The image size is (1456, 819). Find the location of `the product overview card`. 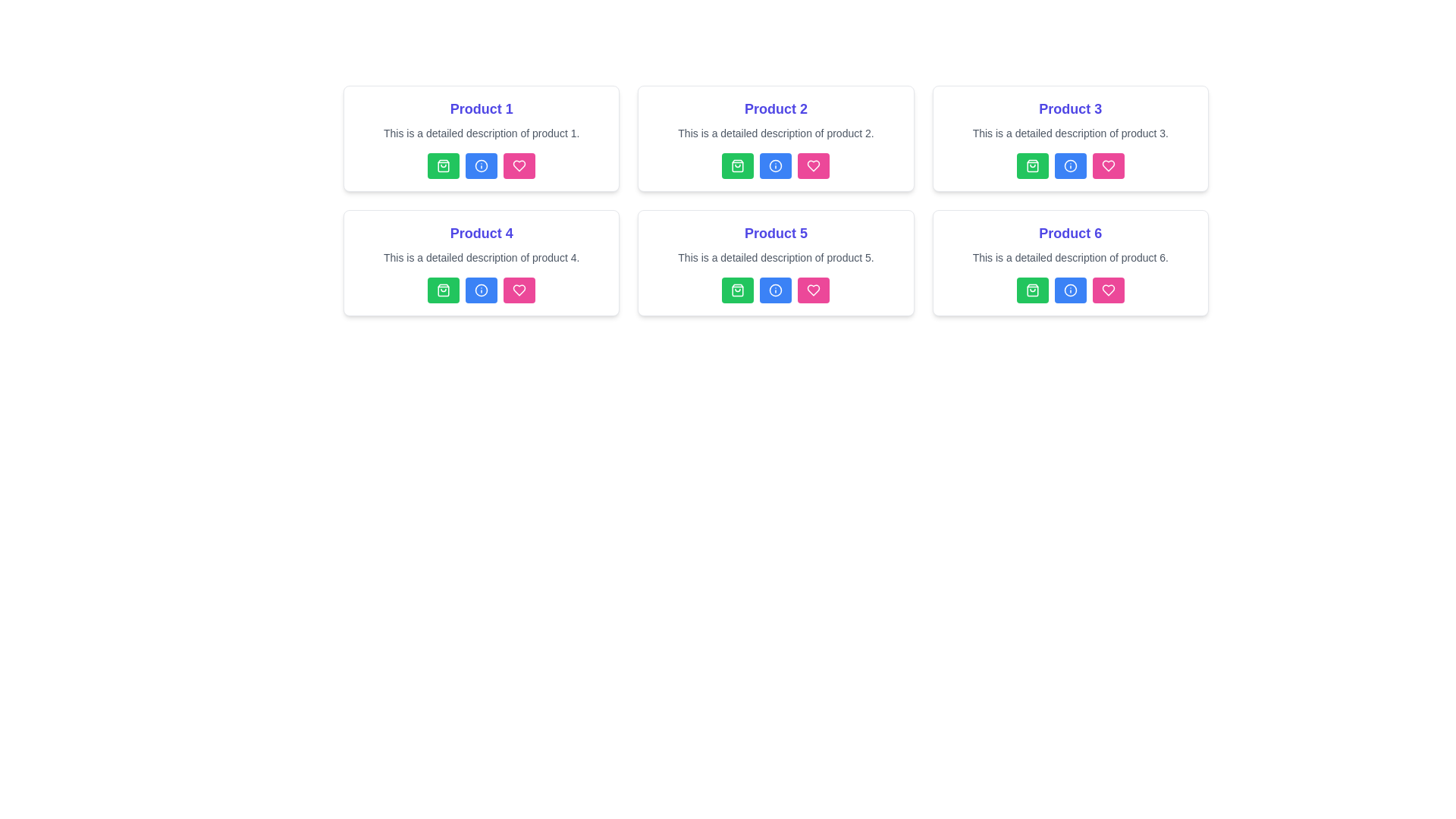

the product overview card is located at coordinates (1069, 262).